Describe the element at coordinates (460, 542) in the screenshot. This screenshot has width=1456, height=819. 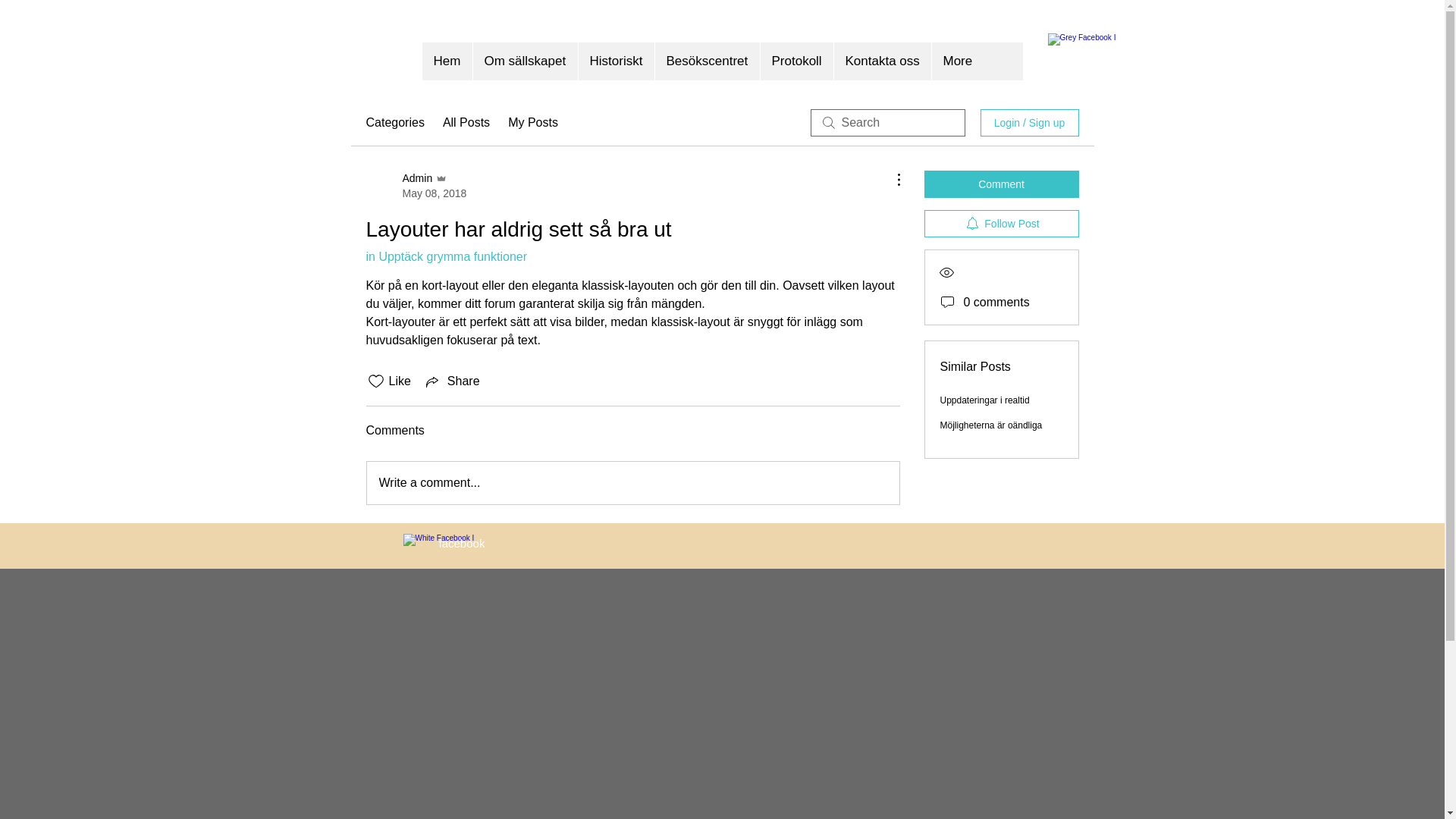
I see `'facebook'` at that location.